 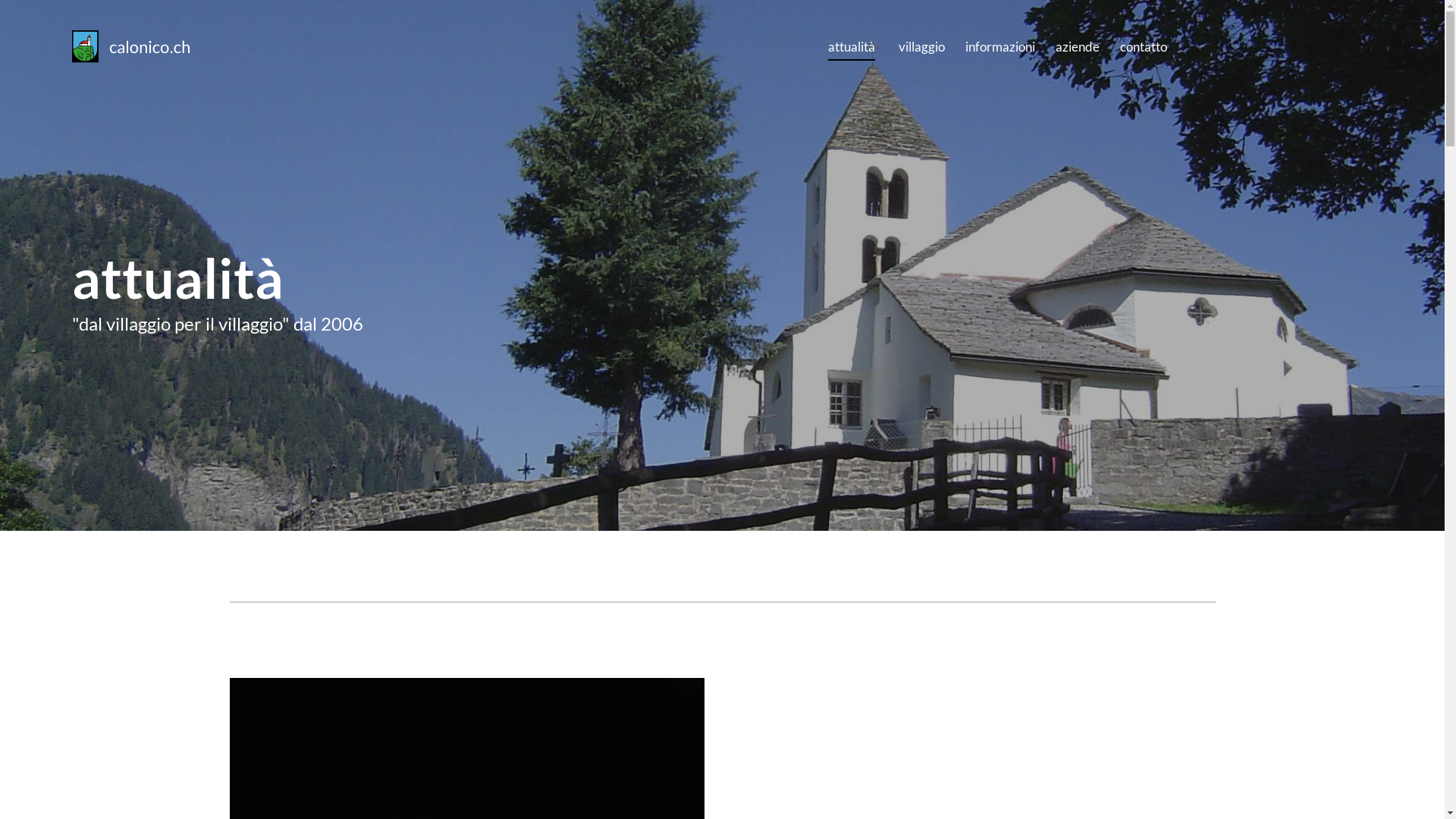 What do you see at coordinates (1143, 45) in the screenshot?
I see `'contatto'` at bounding box center [1143, 45].